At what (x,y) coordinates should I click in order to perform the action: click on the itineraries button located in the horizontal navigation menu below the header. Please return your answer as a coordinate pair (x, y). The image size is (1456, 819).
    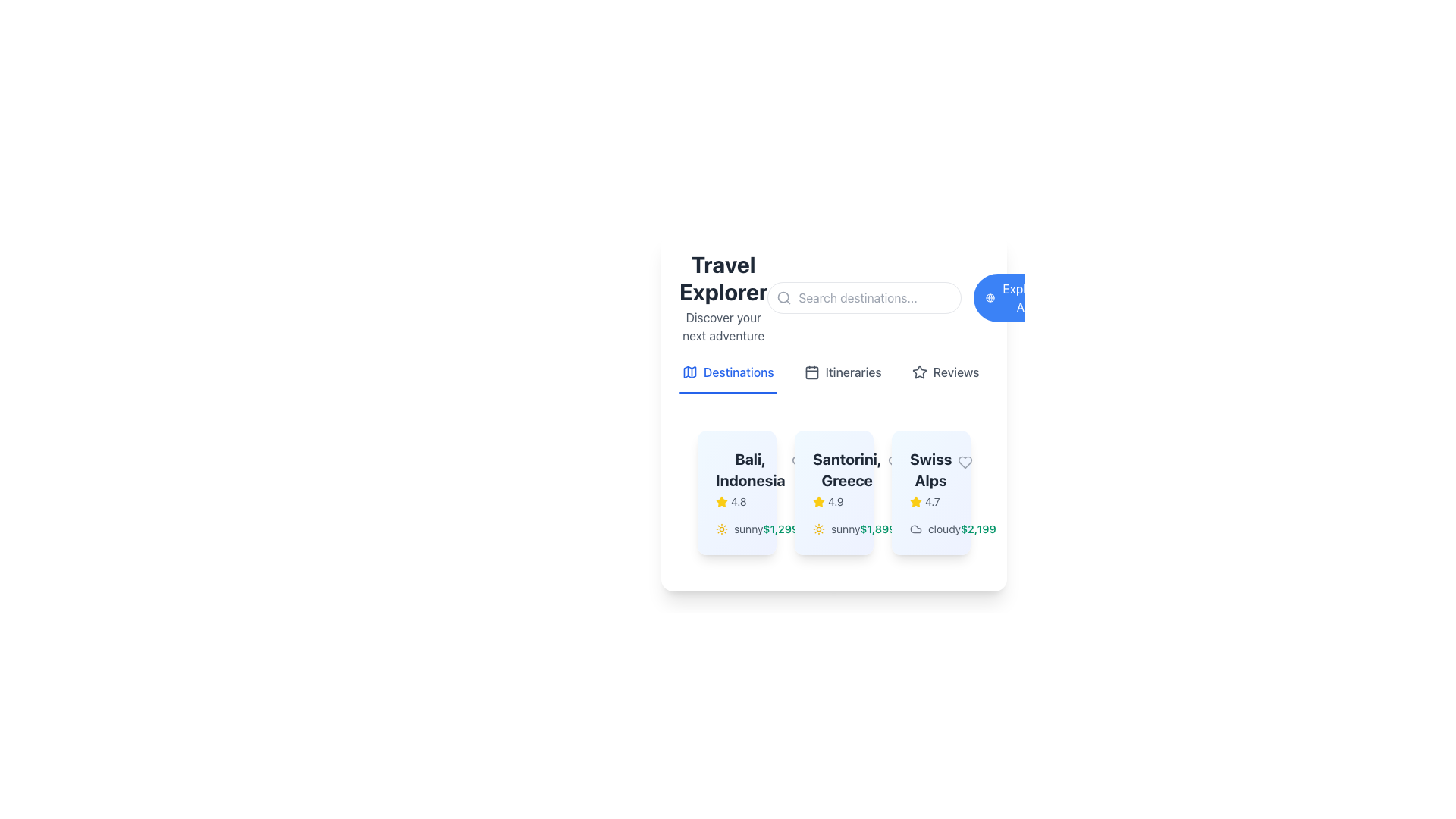
    Looking at the image, I should click on (842, 377).